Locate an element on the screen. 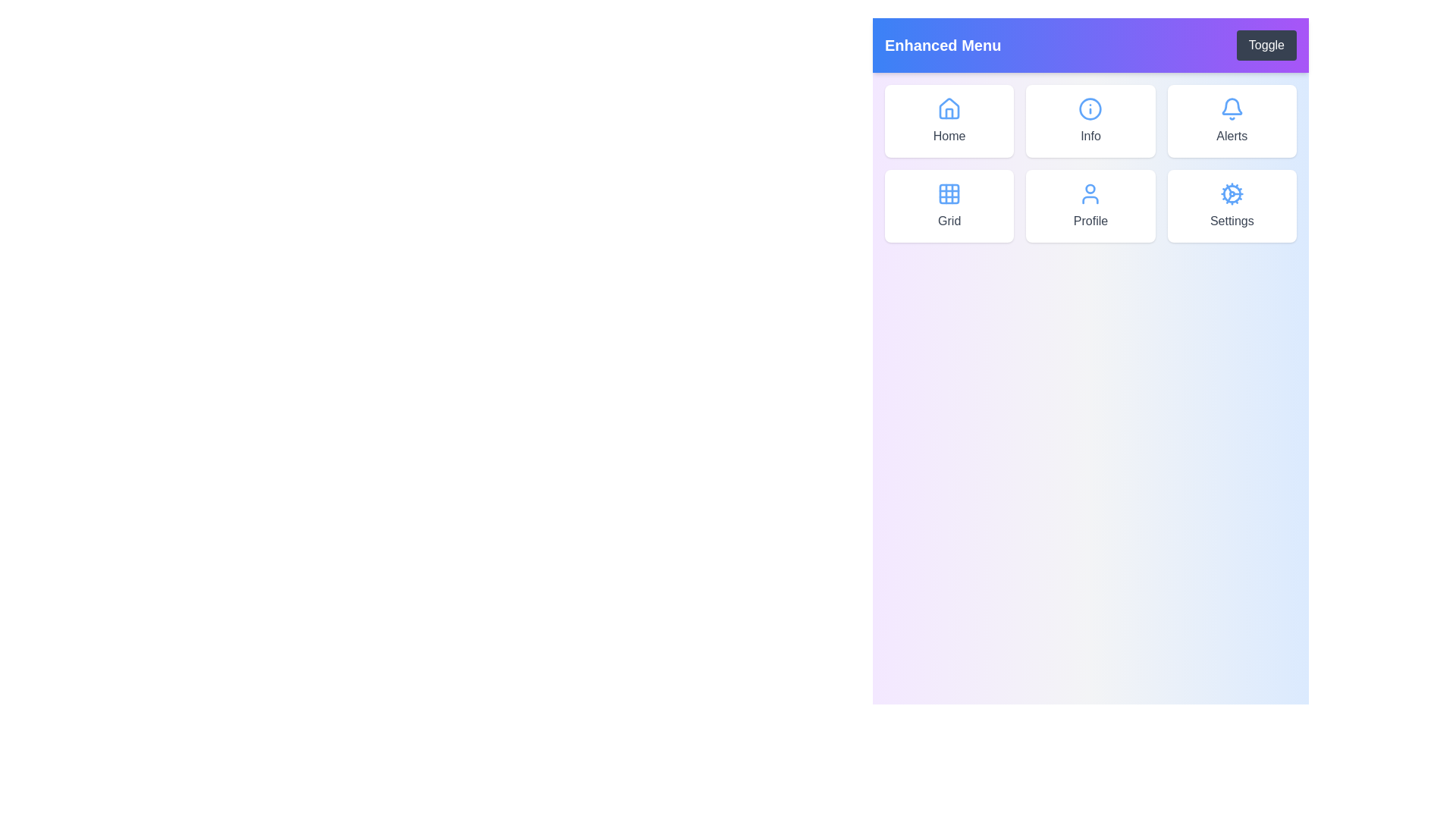 The image size is (1456, 819). the menu item labeled Alerts is located at coordinates (1231, 120).